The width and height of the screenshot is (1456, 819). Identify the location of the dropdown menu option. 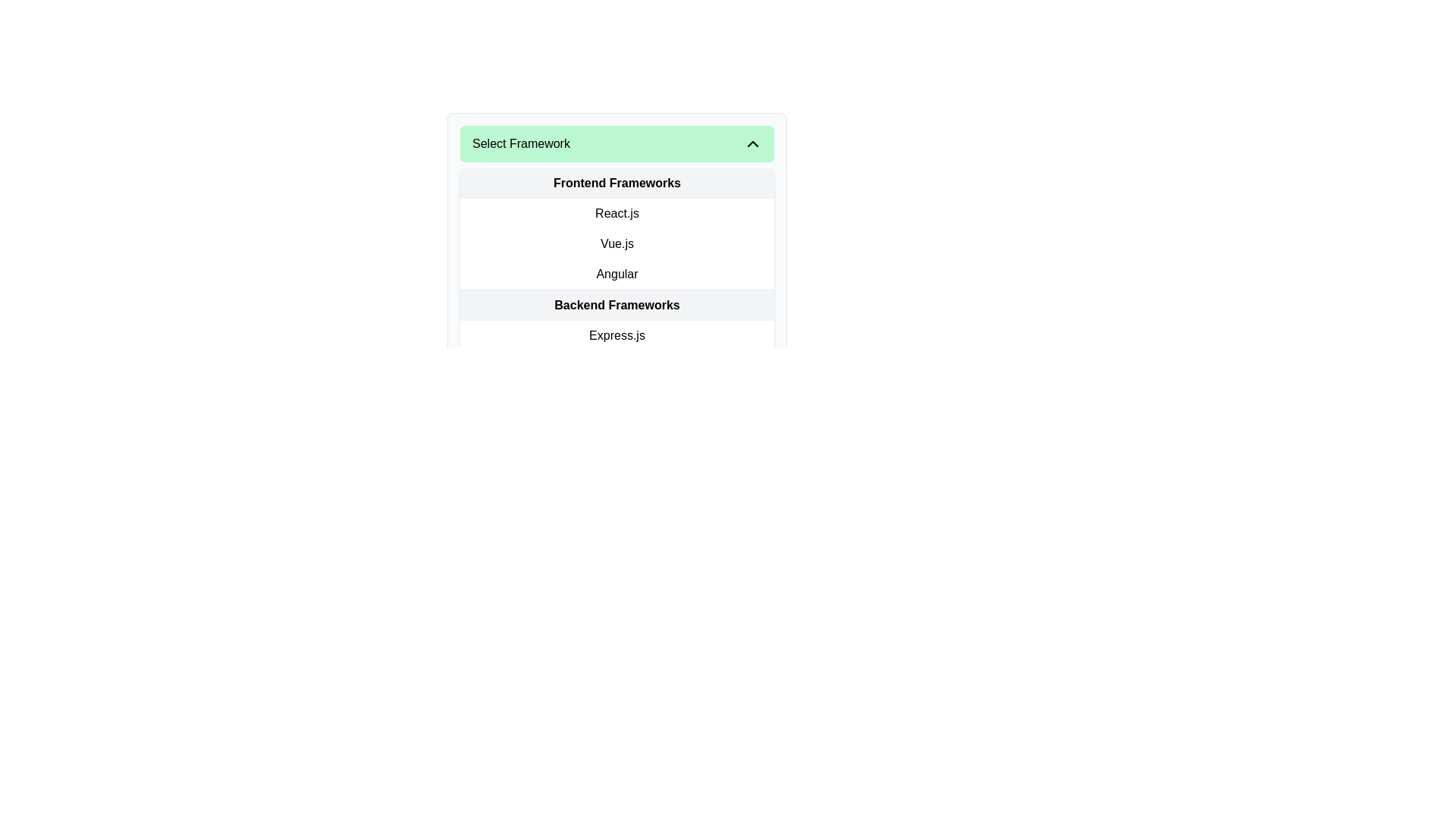
(617, 268).